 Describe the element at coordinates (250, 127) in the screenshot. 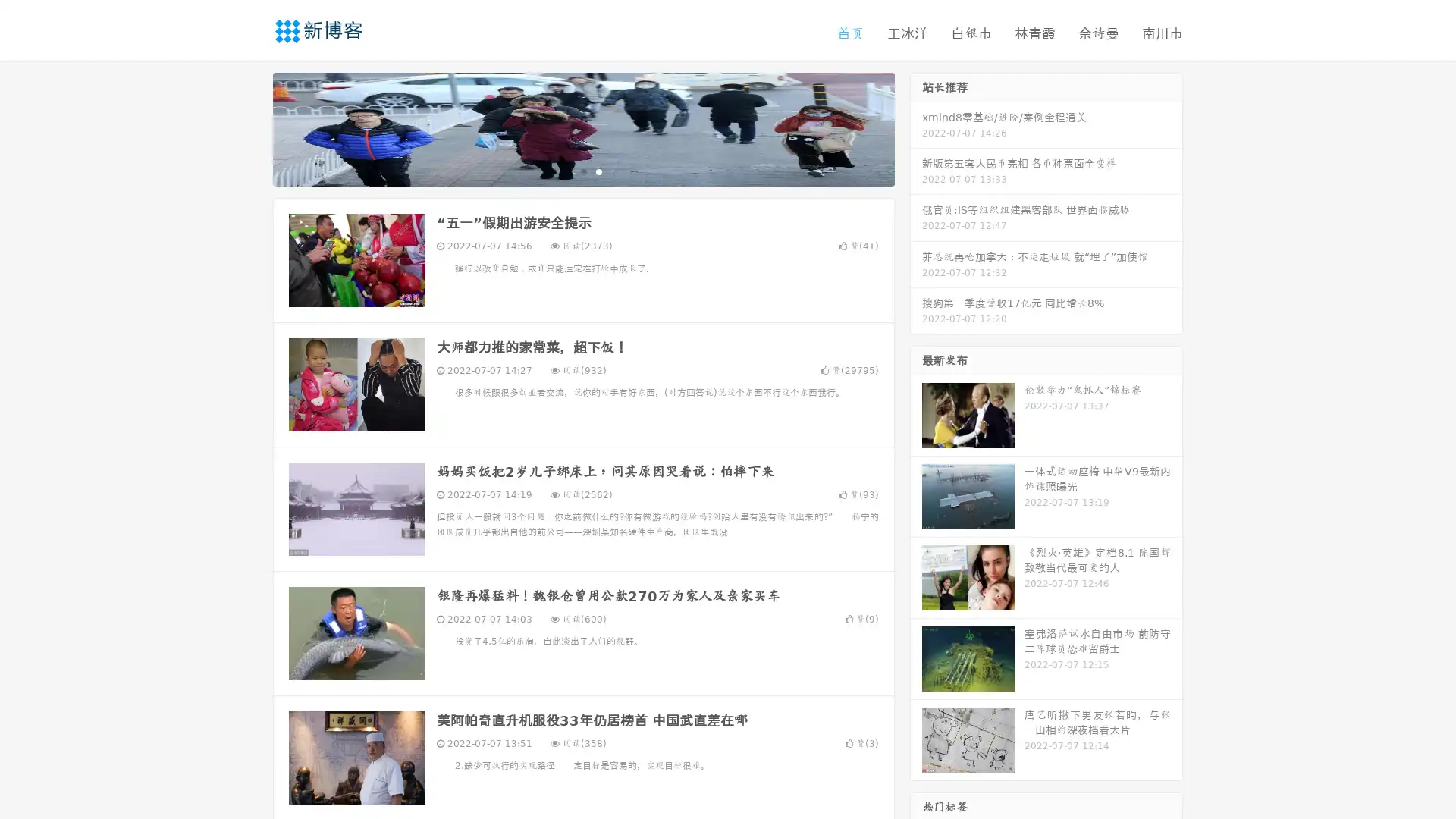

I see `Previous slide` at that location.